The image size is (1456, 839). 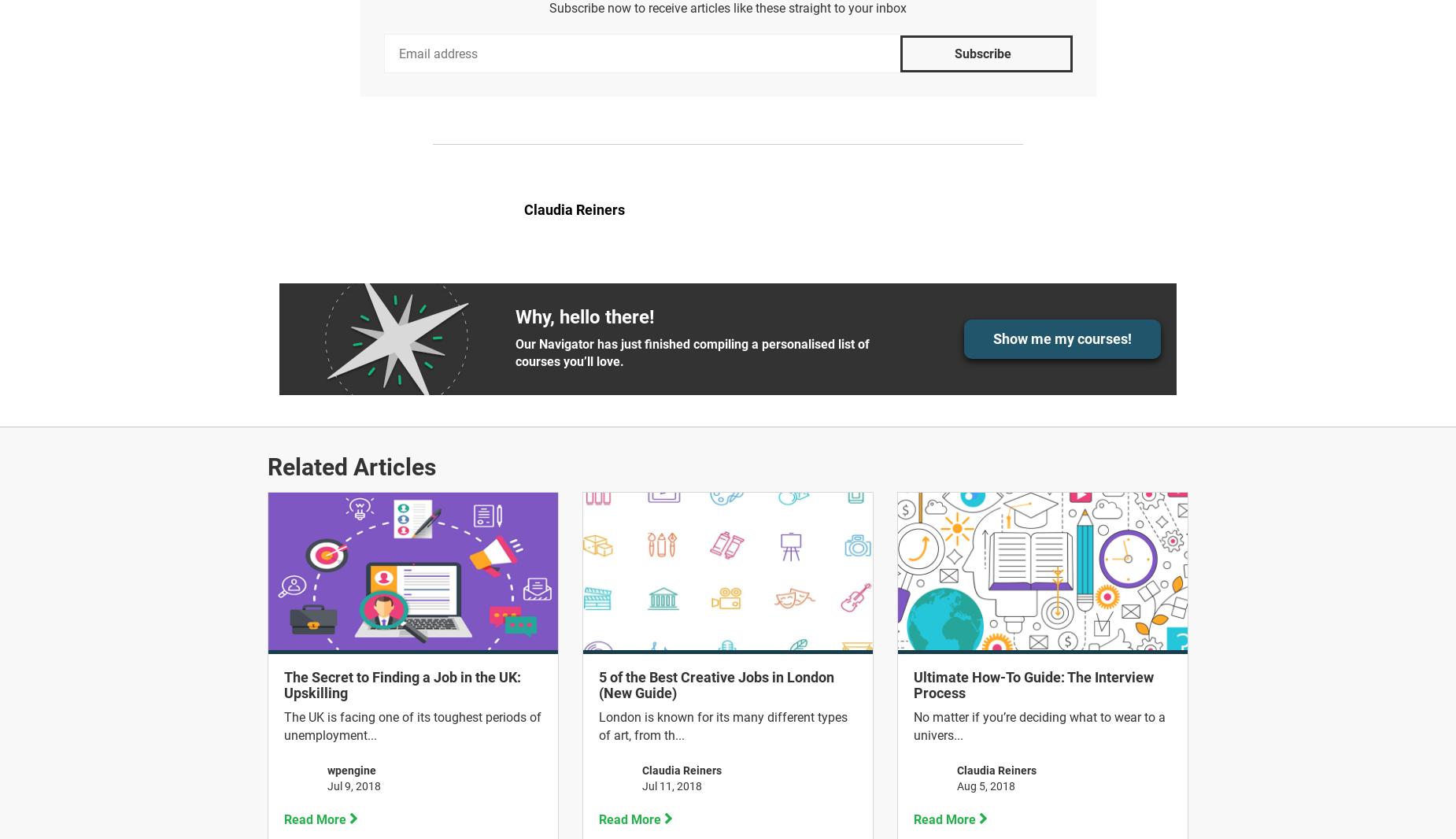 What do you see at coordinates (1037, 725) in the screenshot?
I see `'No matter if you’re deciding what to wear to a univers...'` at bounding box center [1037, 725].